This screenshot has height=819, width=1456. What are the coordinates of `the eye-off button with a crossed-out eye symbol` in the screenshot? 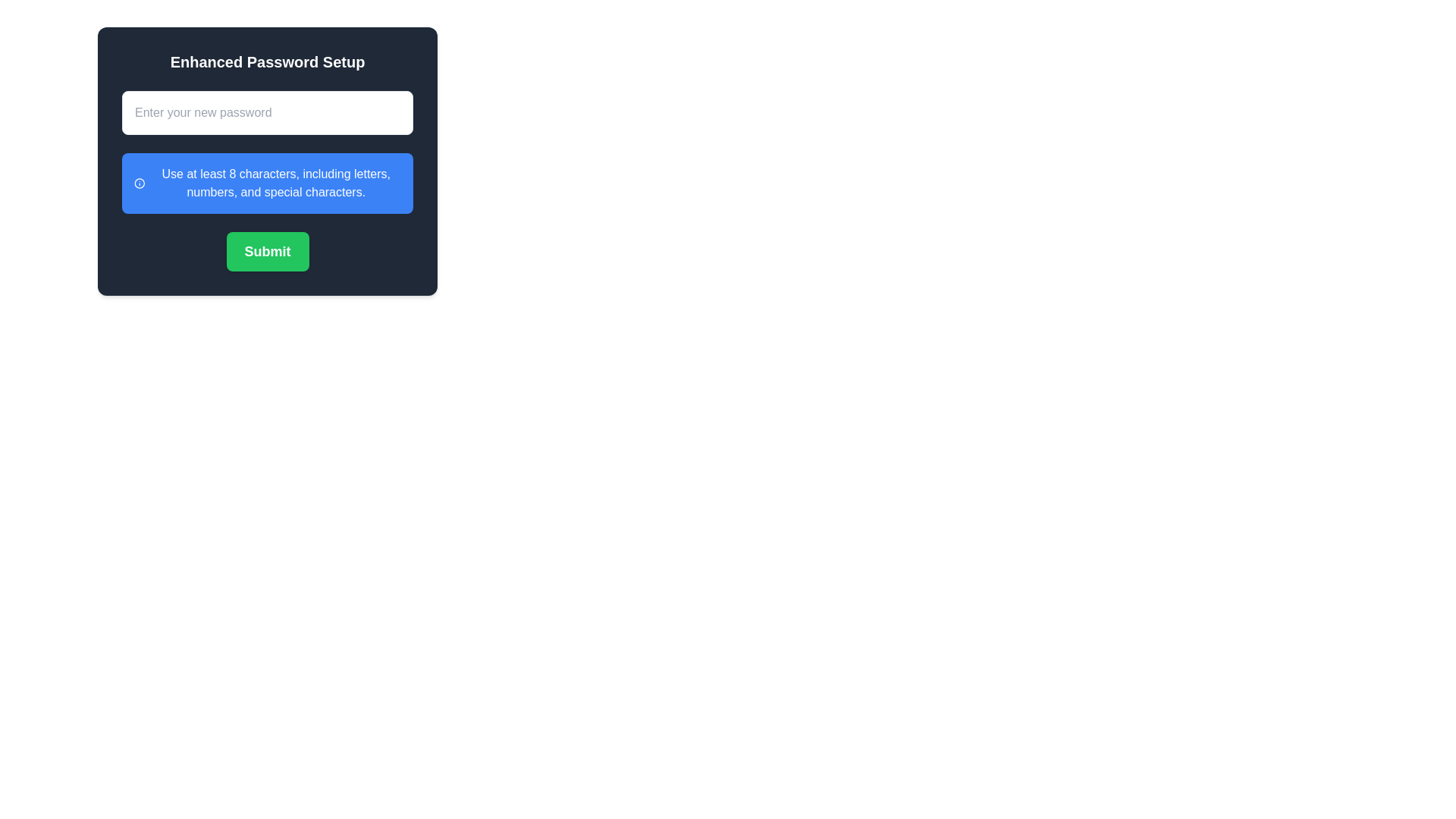 It's located at (392, 112).